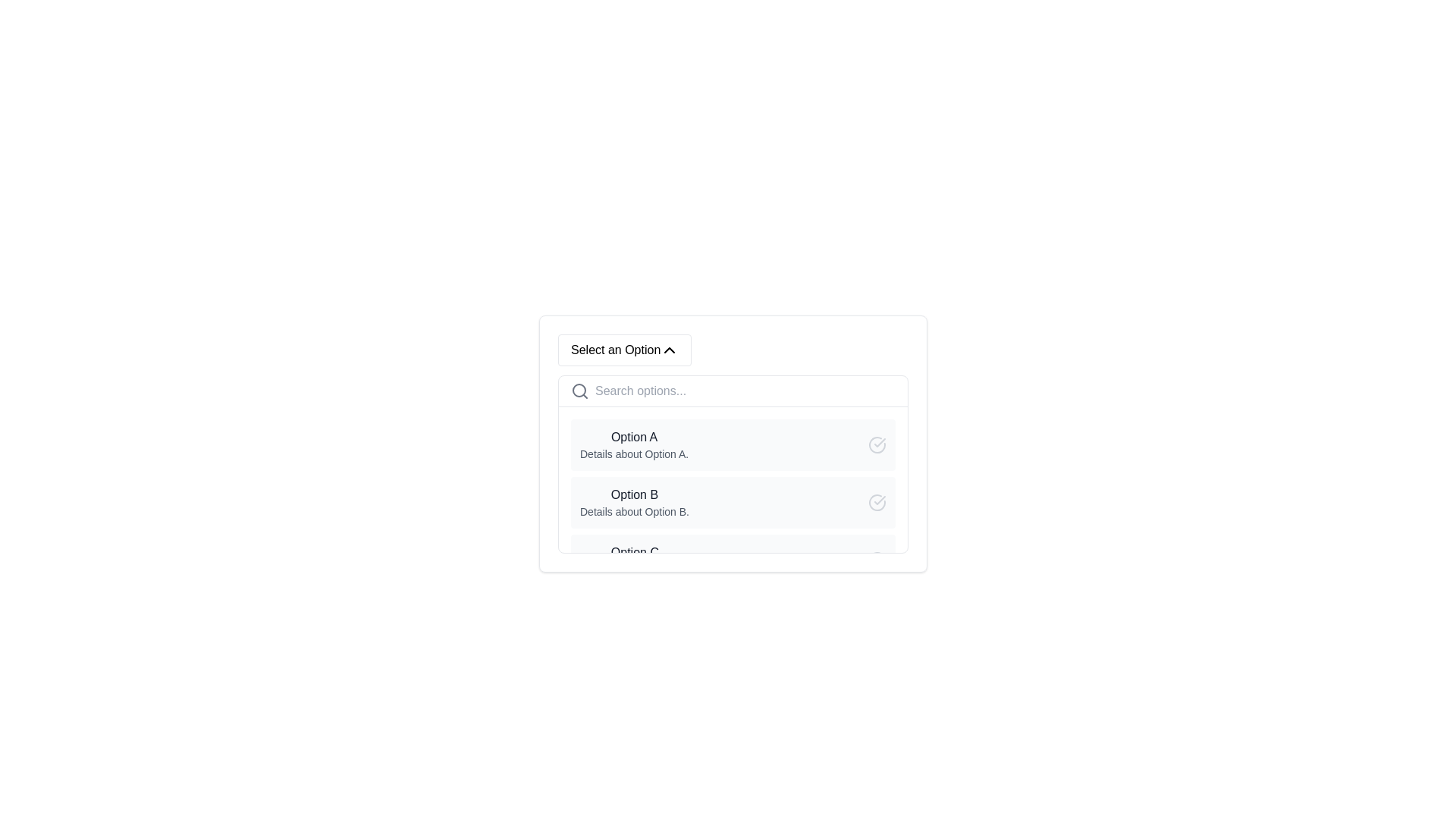  Describe the element at coordinates (877, 503) in the screenshot. I see `the circular icon with a check mark inside, styled with light gray color, located to the right of the row labeled 'Option B'` at that location.